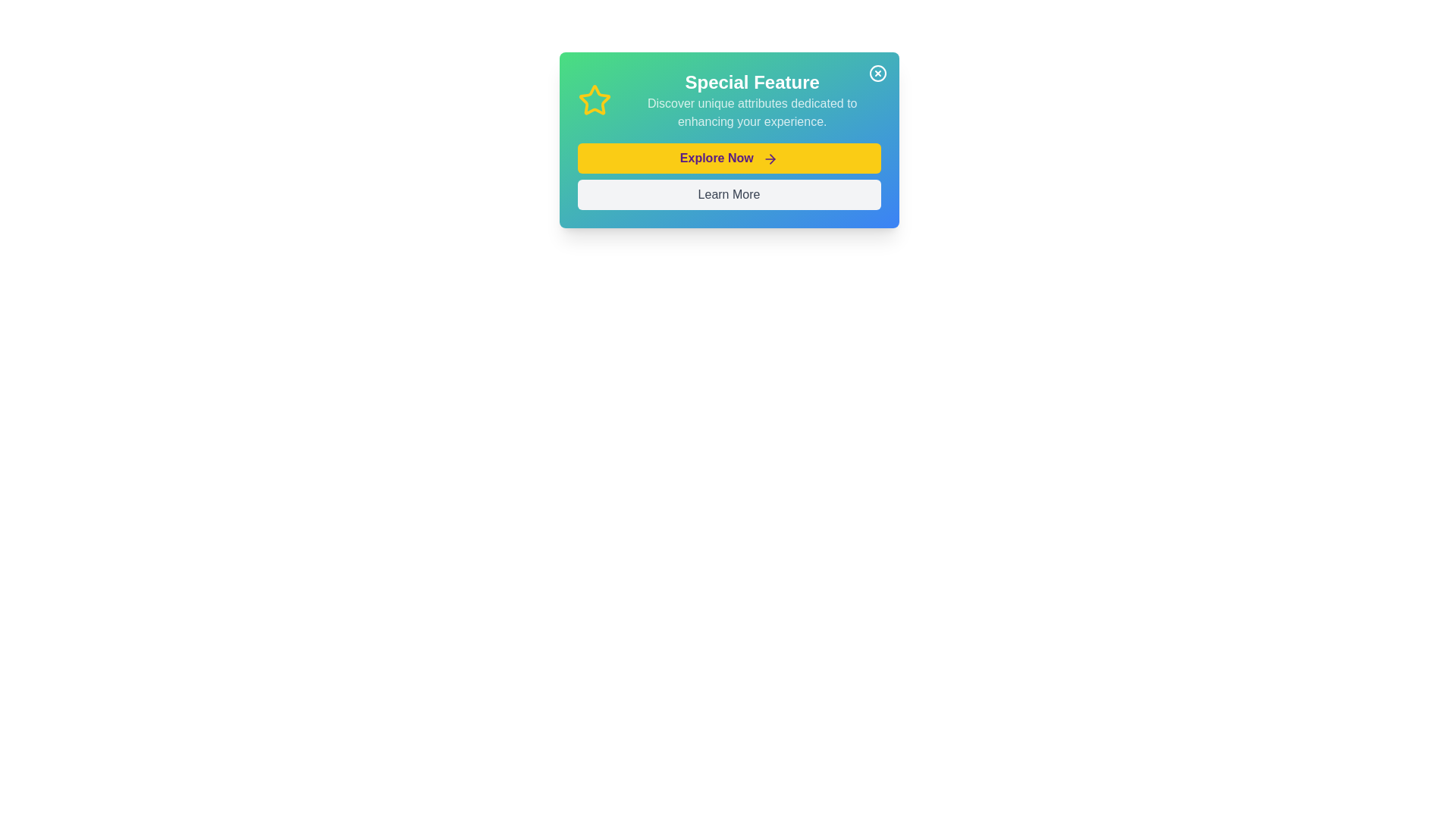 The width and height of the screenshot is (1456, 819). What do you see at coordinates (752, 112) in the screenshot?
I see `the descriptive text block that provides additional information about the 'Special Feature' located below the header text 'Special Feature'` at bounding box center [752, 112].